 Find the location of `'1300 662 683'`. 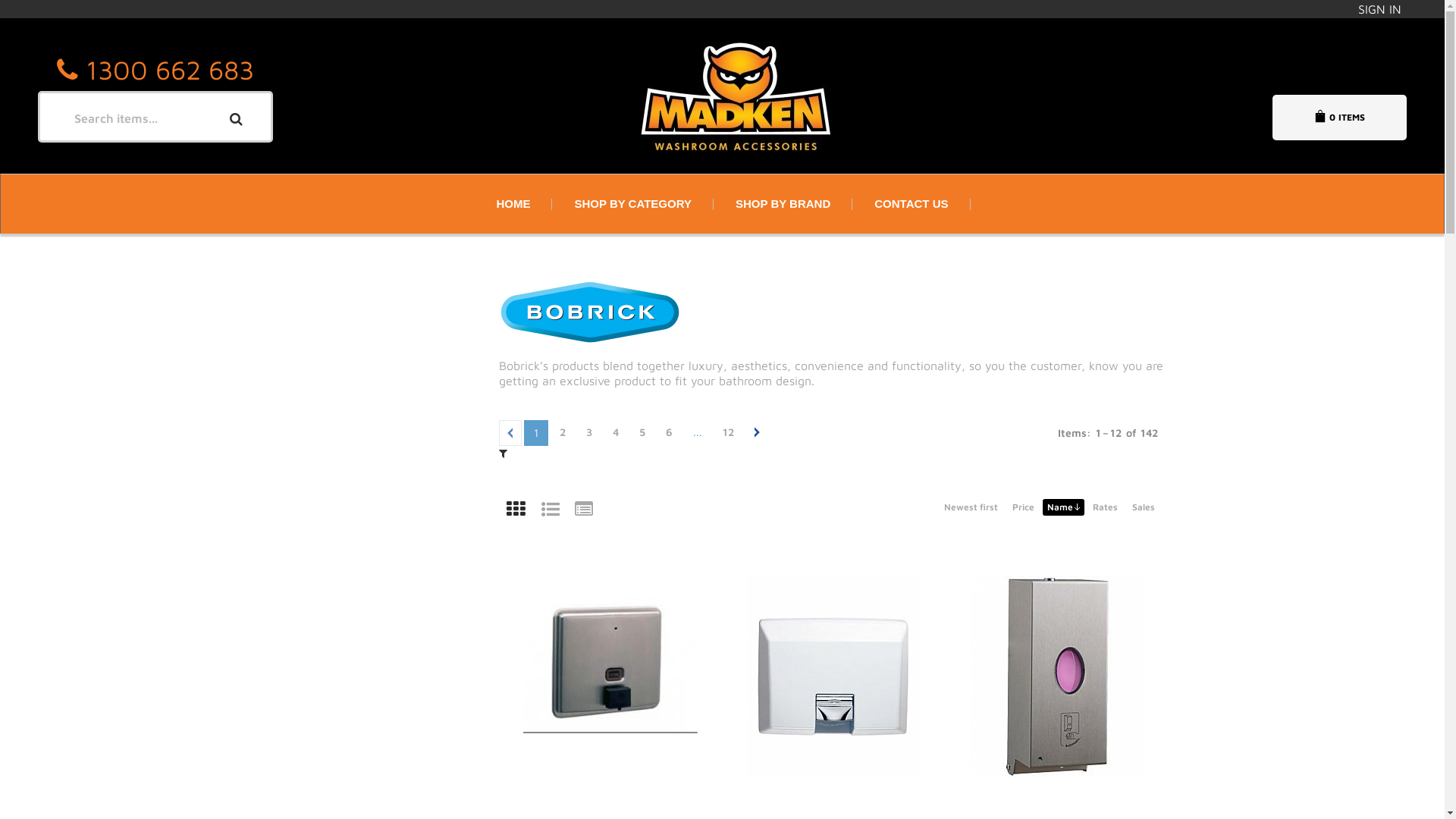

'1300 662 683' is located at coordinates (85, 69).